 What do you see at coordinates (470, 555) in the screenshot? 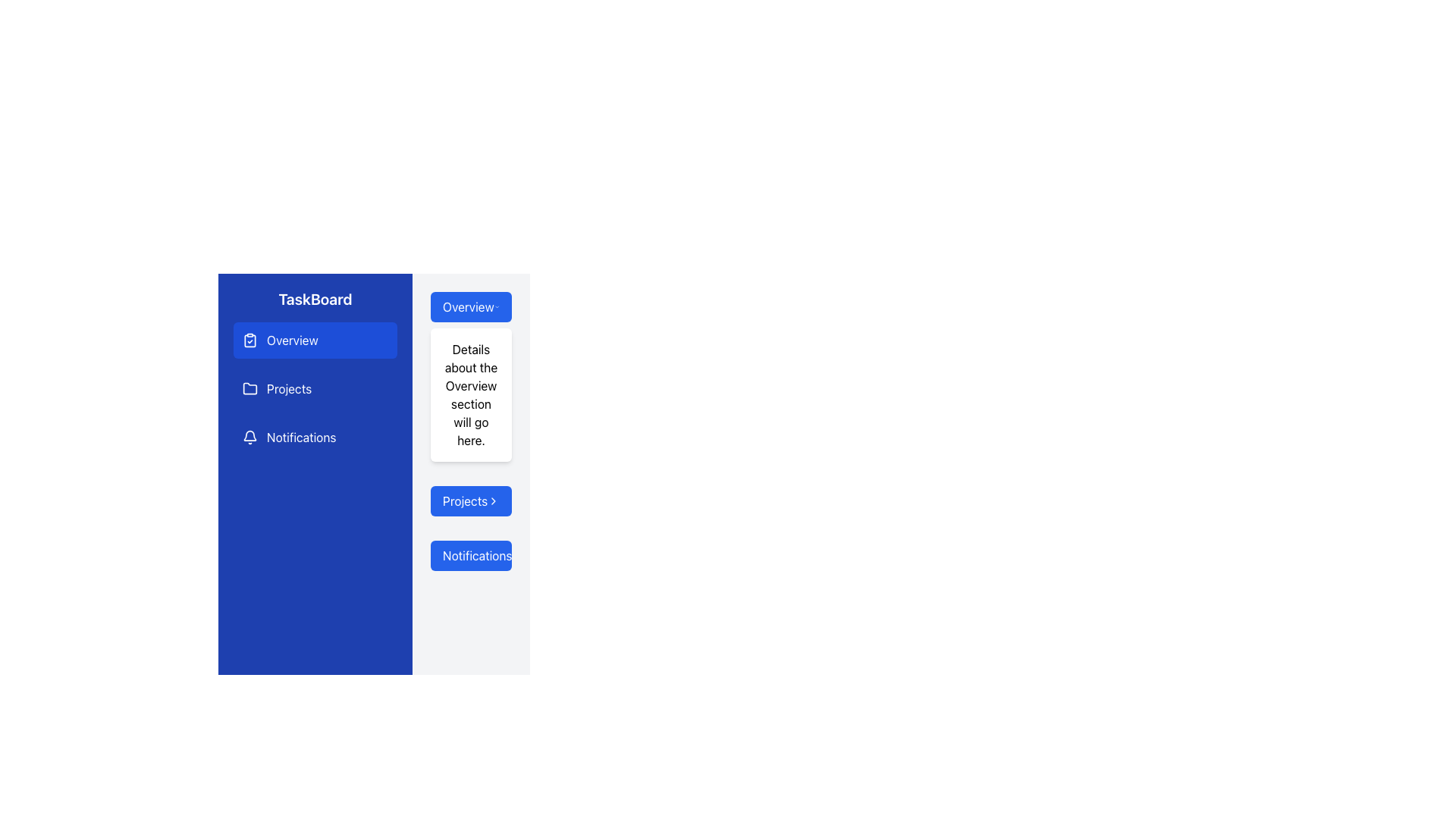
I see `the 'Notifications' button located in the side panel below the 'Projects' button` at bounding box center [470, 555].